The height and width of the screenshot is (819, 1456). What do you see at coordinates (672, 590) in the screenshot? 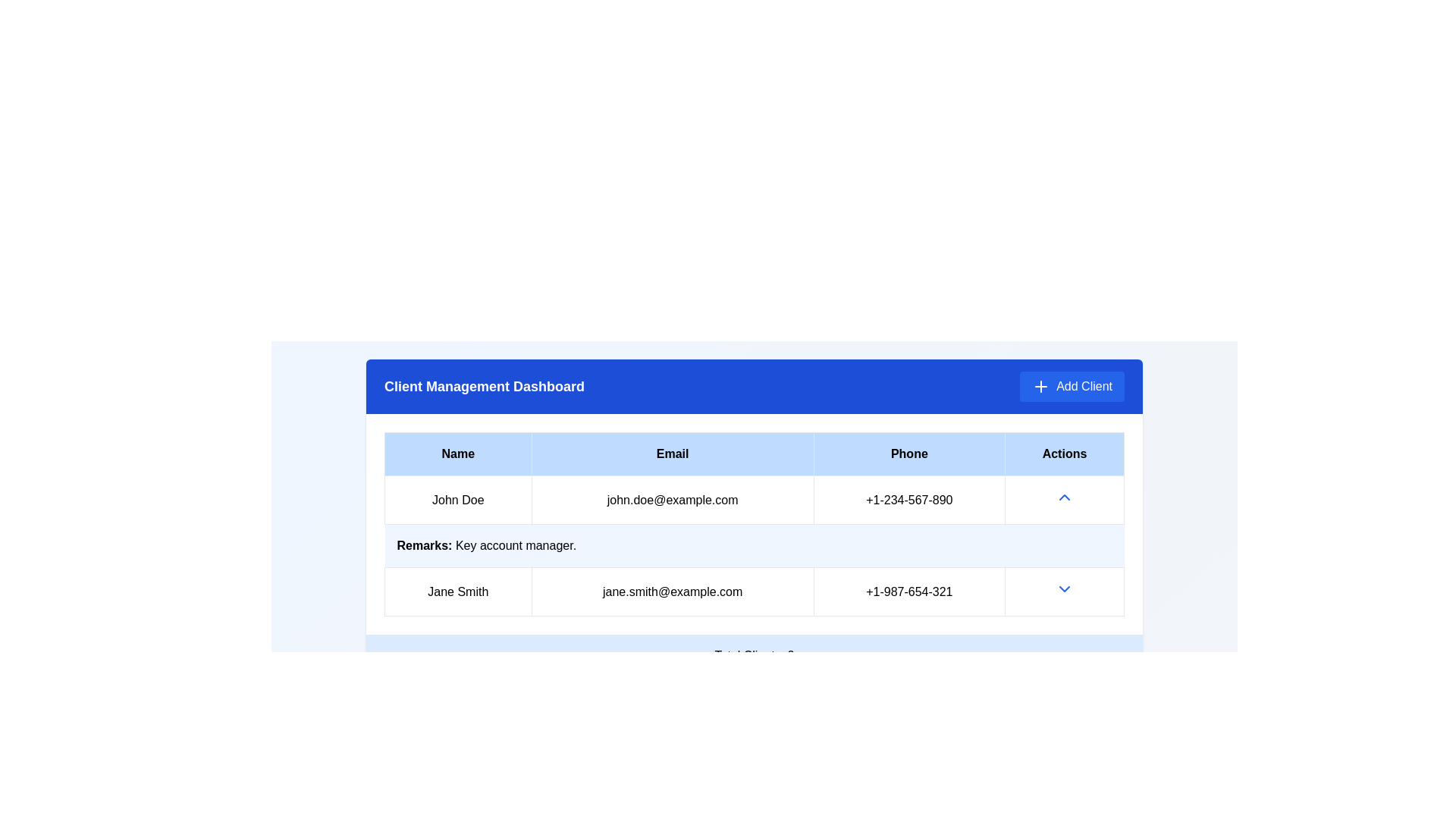
I see `the email text associated with 'Jane Smith' in the 'Email' column of the 'Client Management Dashboard' for further actions` at bounding box center [672, 590].